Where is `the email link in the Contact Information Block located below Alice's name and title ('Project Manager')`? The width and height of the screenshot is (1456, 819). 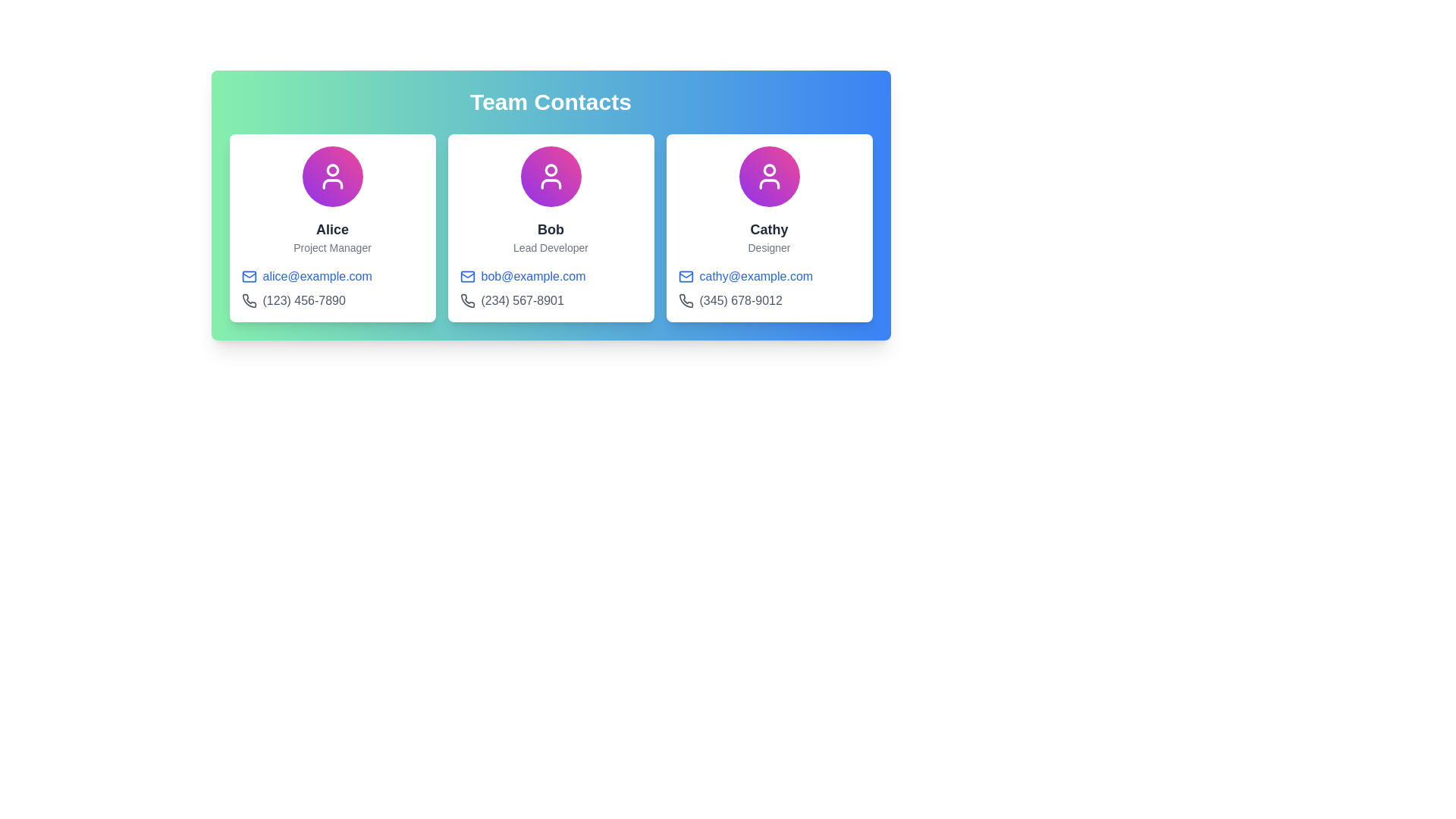 the email link in the Contact Information Block located below Alice's name and title ('Project Manager') is located at coordinates (331, 289).